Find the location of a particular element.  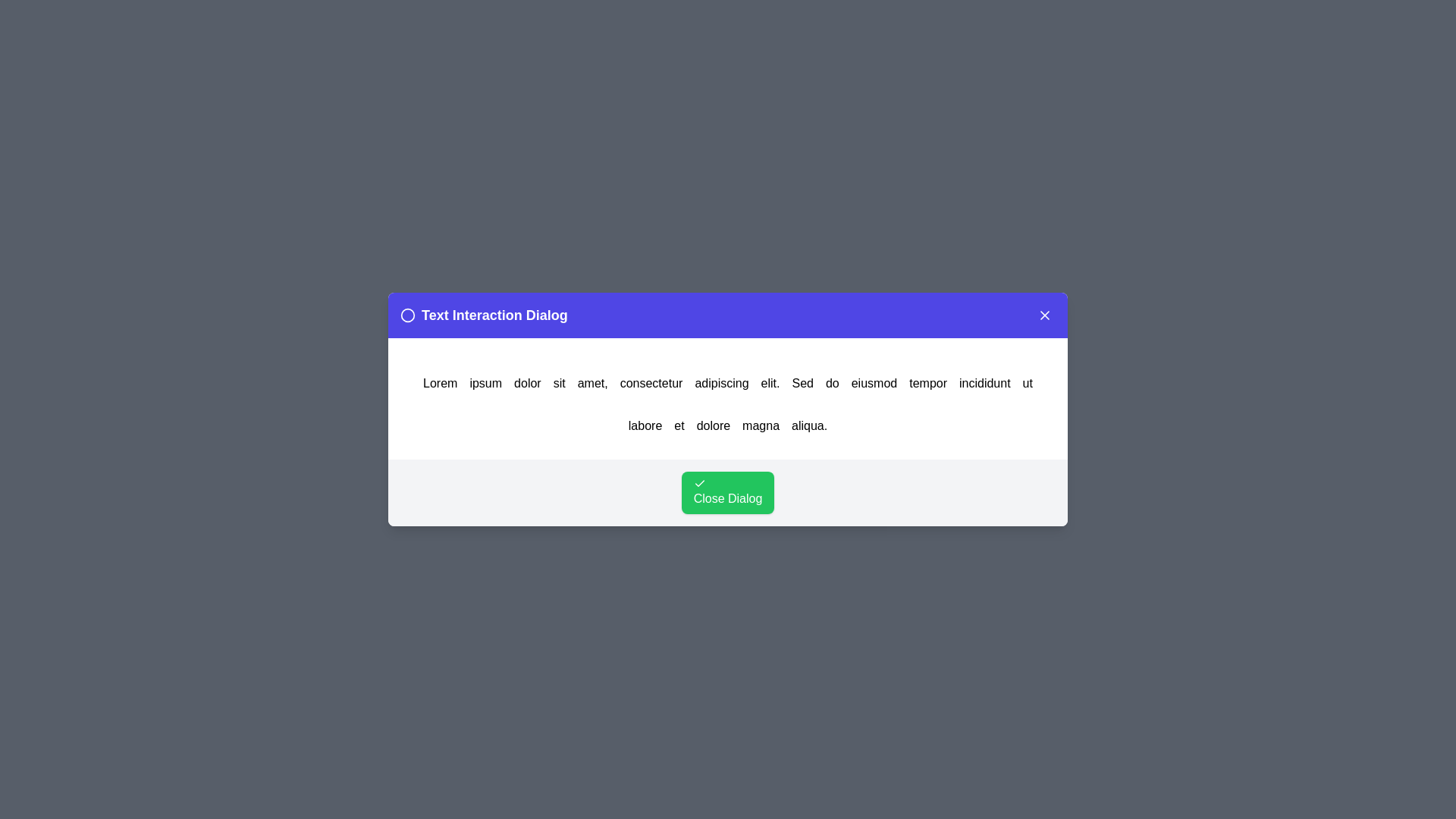

the 'Close Dialog' button to close the dialog is located at coordinates (728, 493).